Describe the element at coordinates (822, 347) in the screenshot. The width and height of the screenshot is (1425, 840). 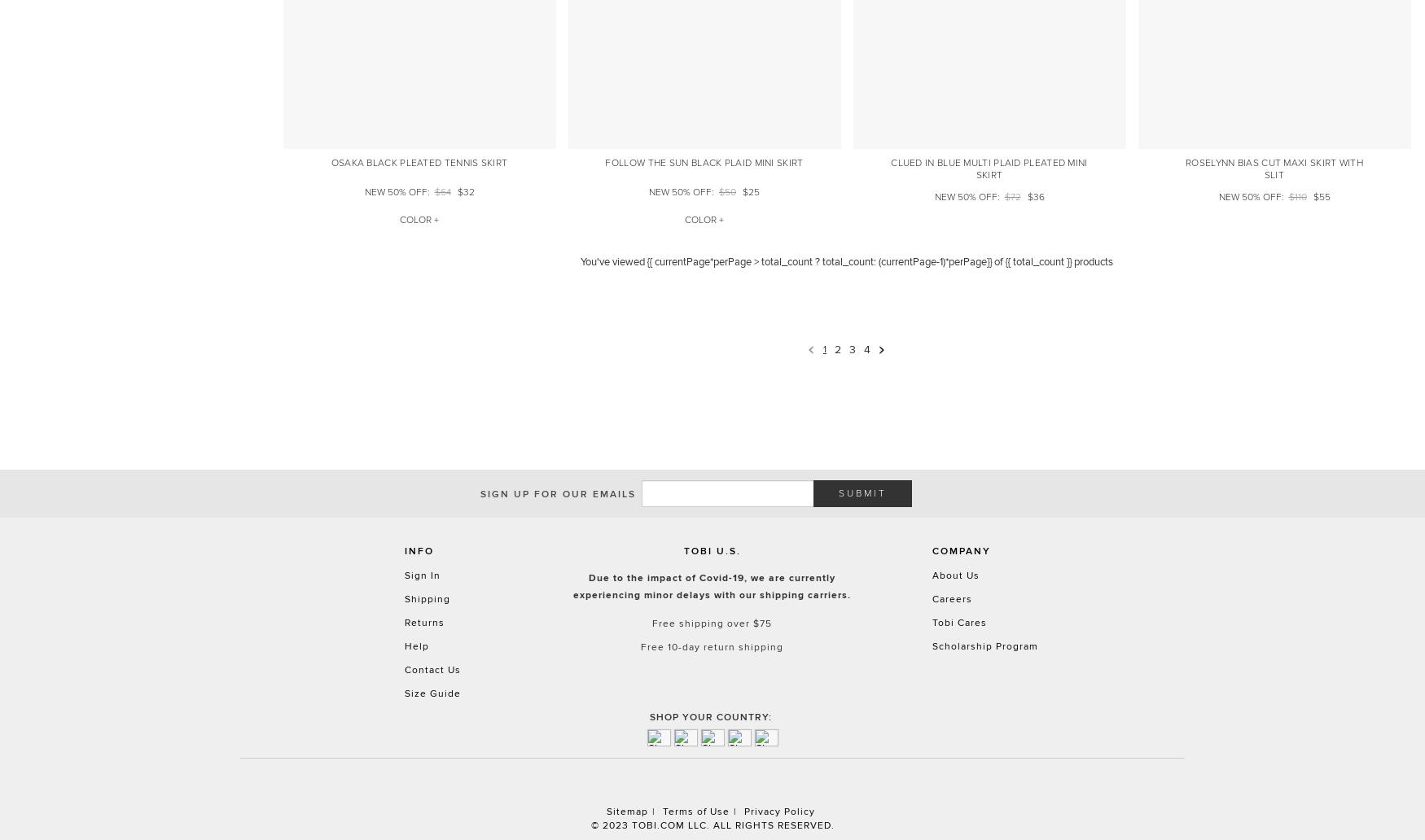
I see `'1'` at that location.